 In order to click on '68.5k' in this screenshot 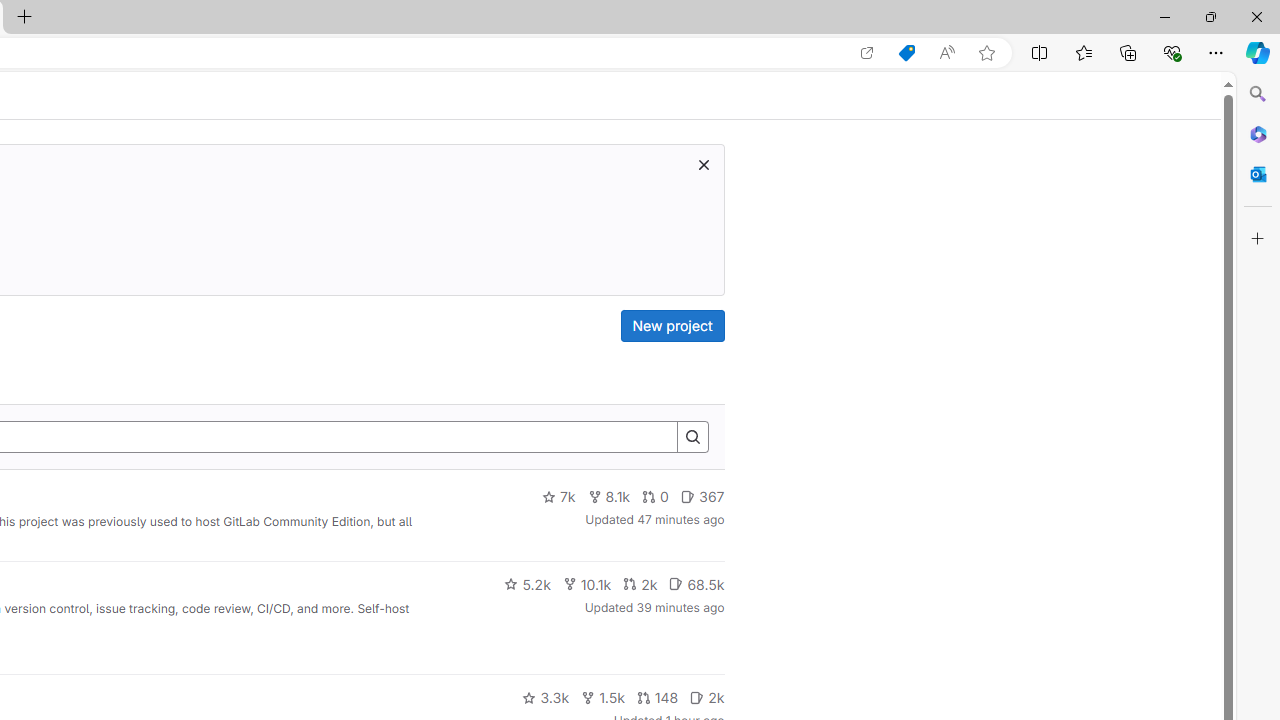, I will do `click(696, 583)`.